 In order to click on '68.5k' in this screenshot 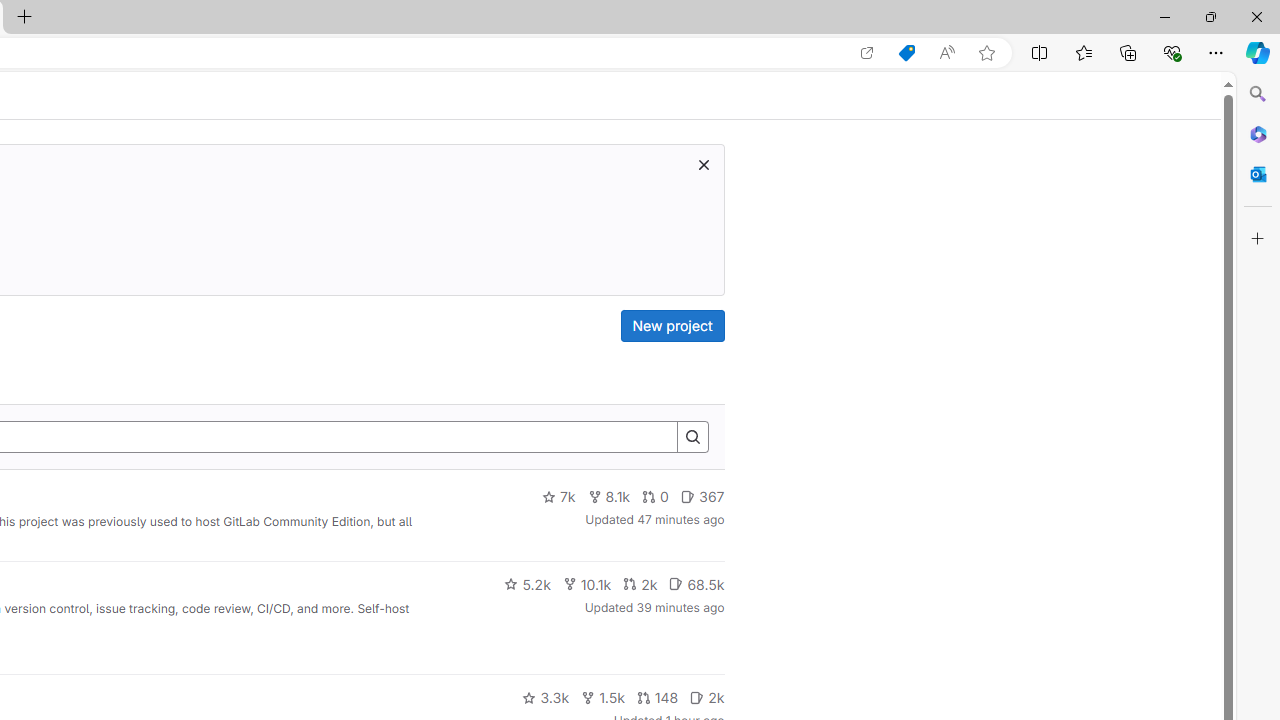, I will do `click(696, 583)`.